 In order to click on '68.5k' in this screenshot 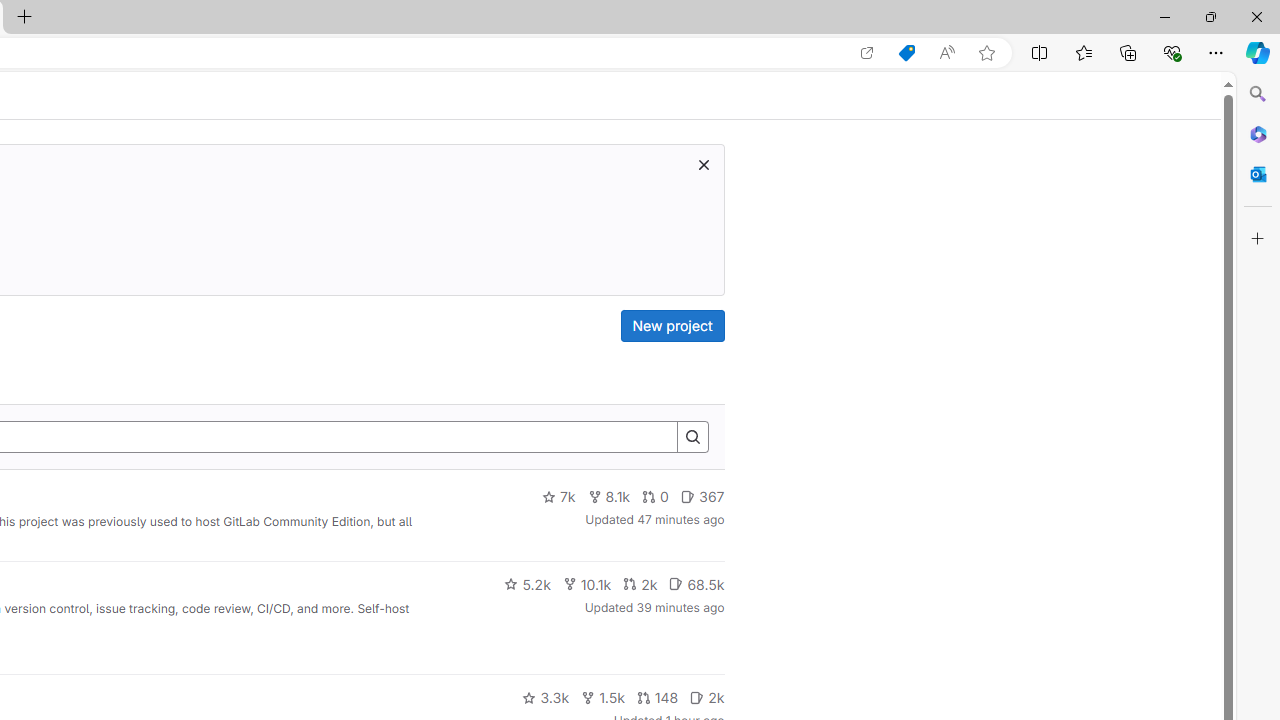, I will do `click(696, 583)`.